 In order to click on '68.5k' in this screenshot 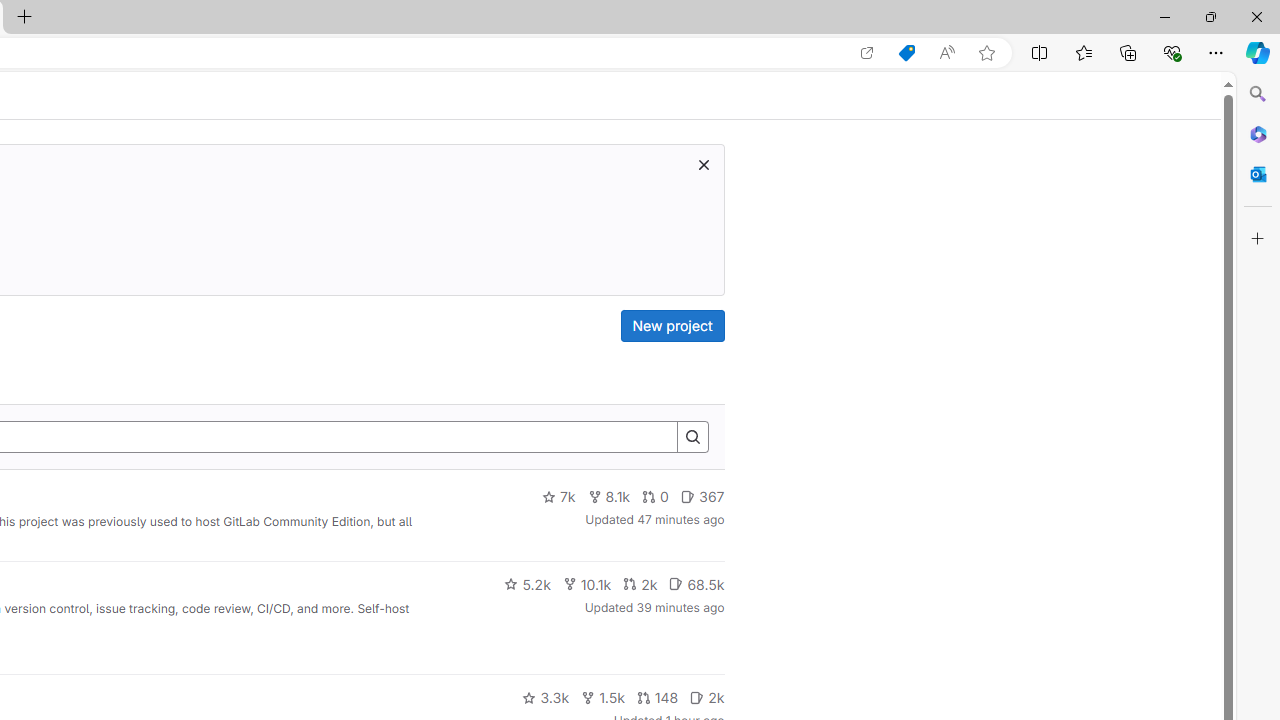, I will do `click(696, 583)`.